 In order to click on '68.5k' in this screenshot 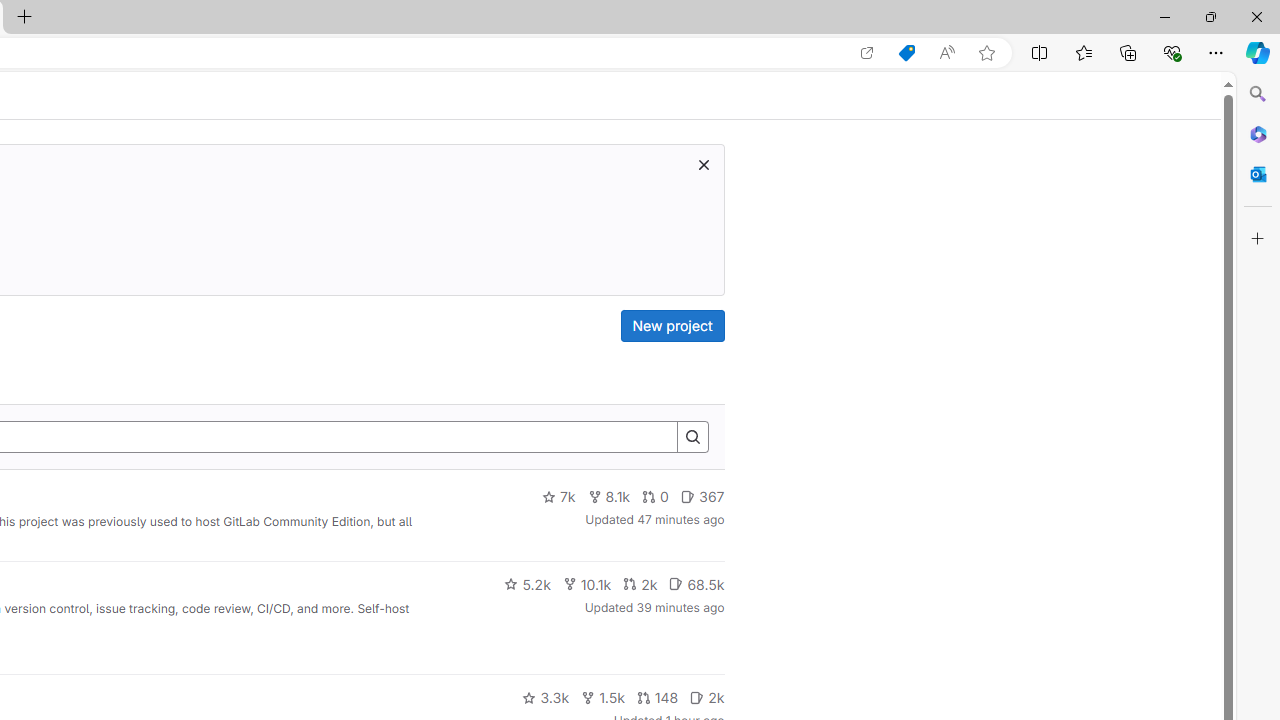, I will do `click(696, 583)`.